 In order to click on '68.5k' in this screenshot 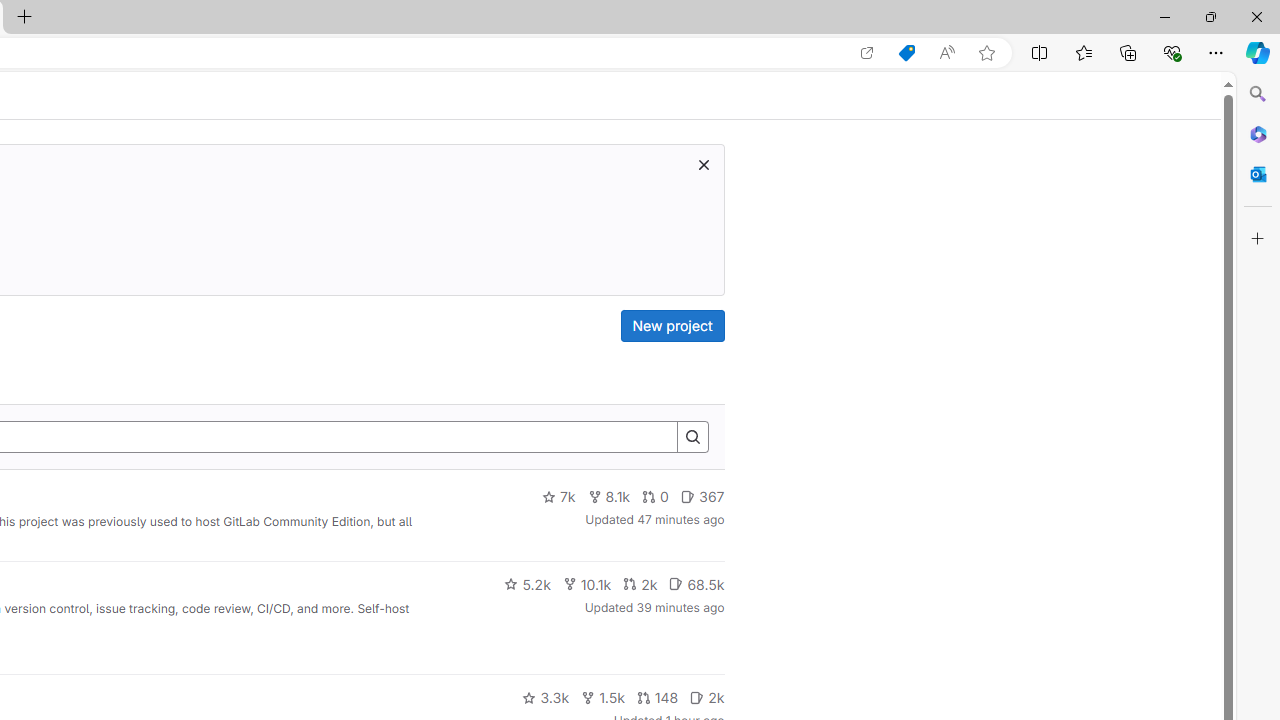, I will do `click(696, 583)`.